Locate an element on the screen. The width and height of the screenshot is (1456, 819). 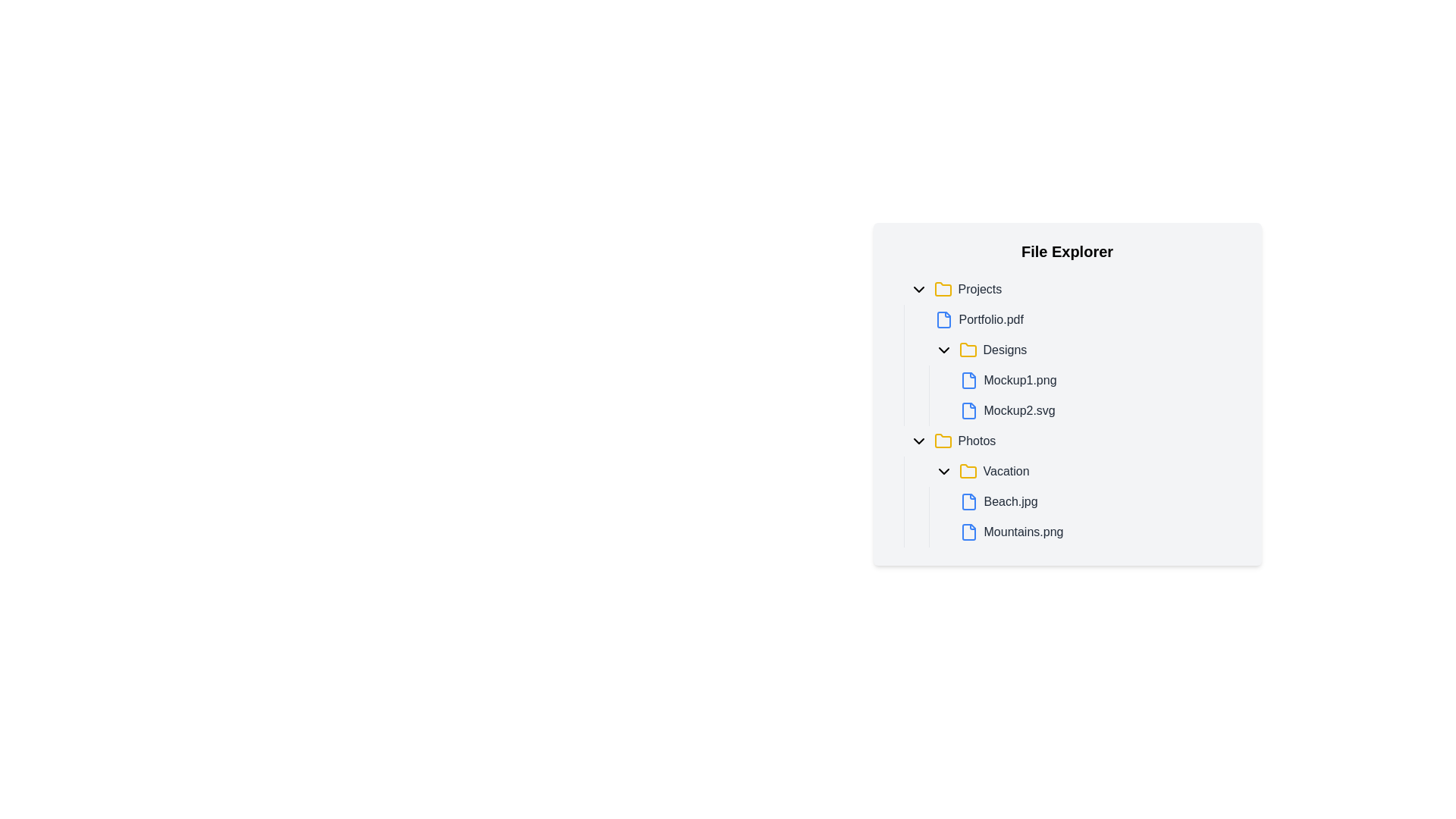
the 'Photos' text label in the file explorer, which is styled in gray font and located between the 'Designs' and 'Vacation' folders is located at coordinates (977, 441).